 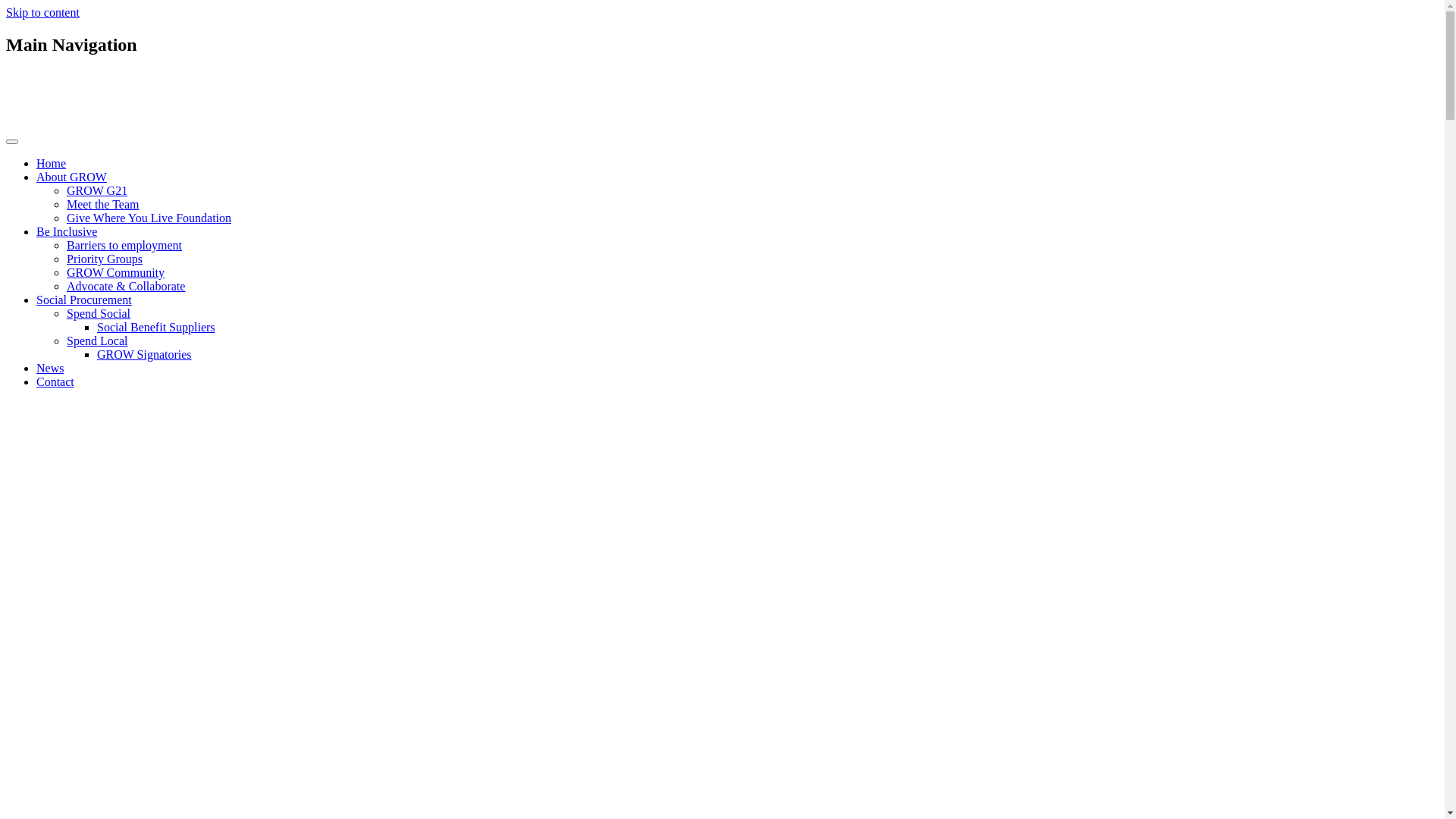 What do you see at coordinates (126, 286) in the screenshot?
I see `'Advocate & Collaborate'` at bounding box center [126, 286].